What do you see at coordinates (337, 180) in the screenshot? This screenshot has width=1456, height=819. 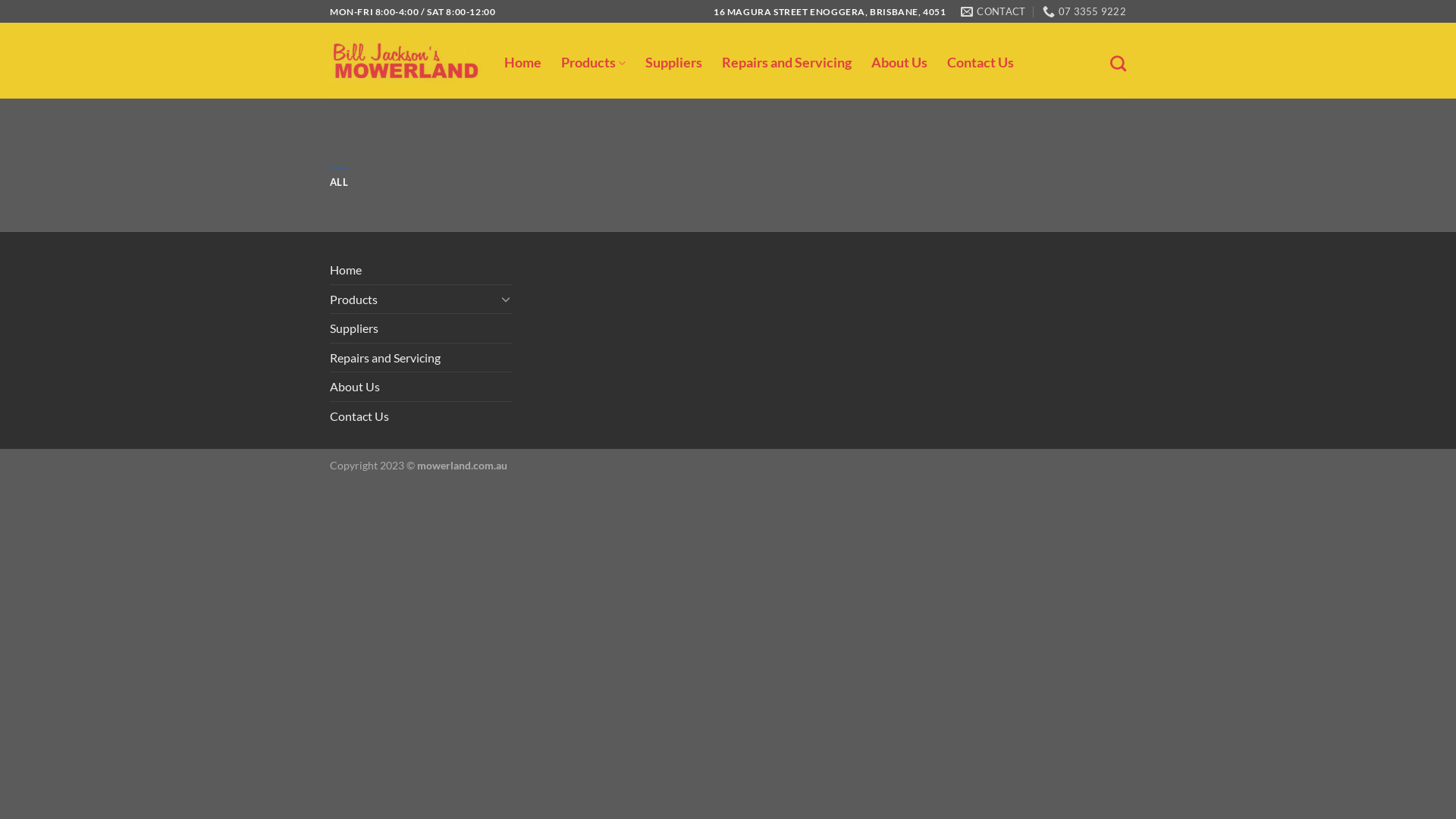 I see `'ALL'` at bounding box center [337, 180].